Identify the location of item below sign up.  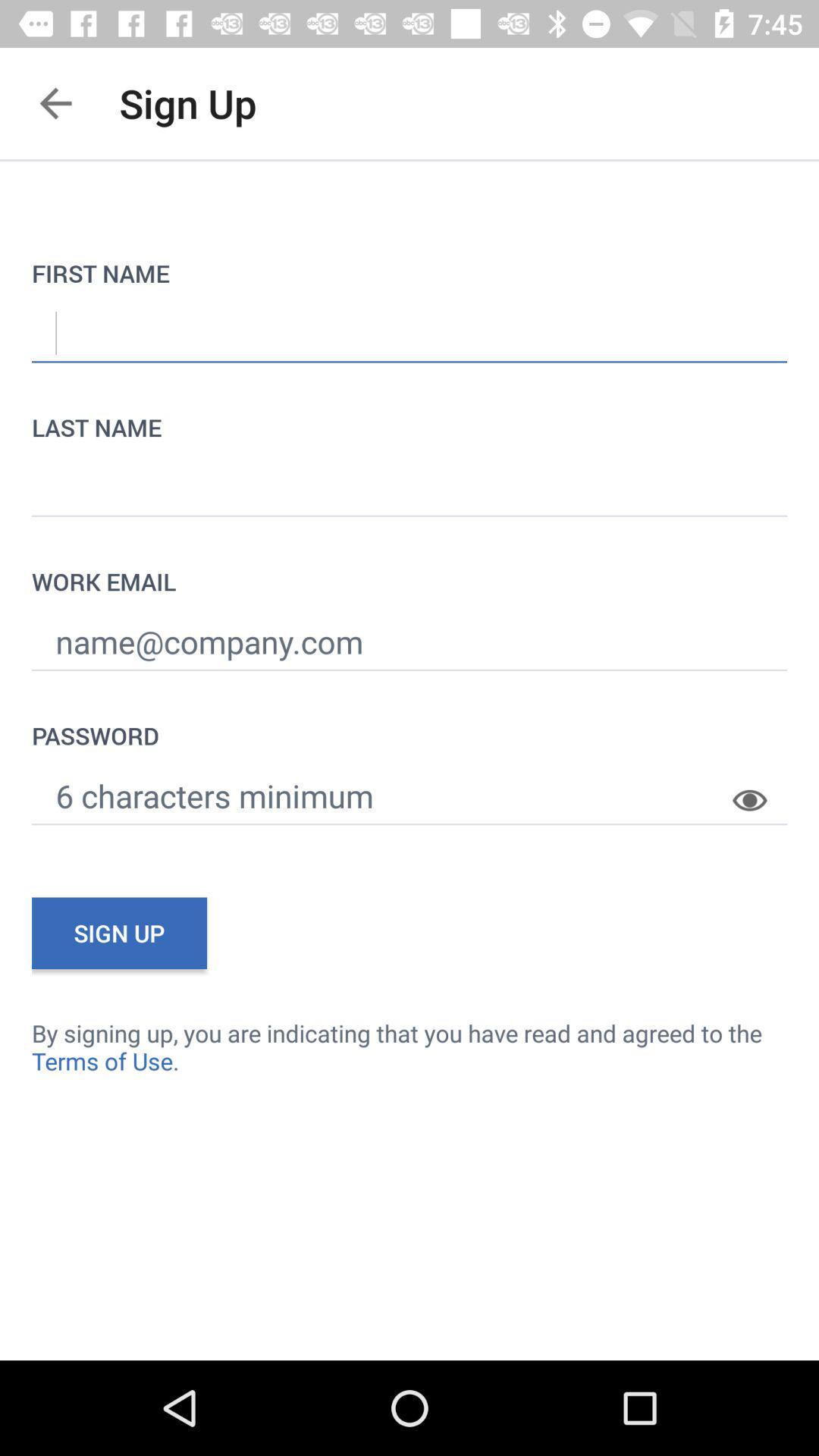
(409, 1046).